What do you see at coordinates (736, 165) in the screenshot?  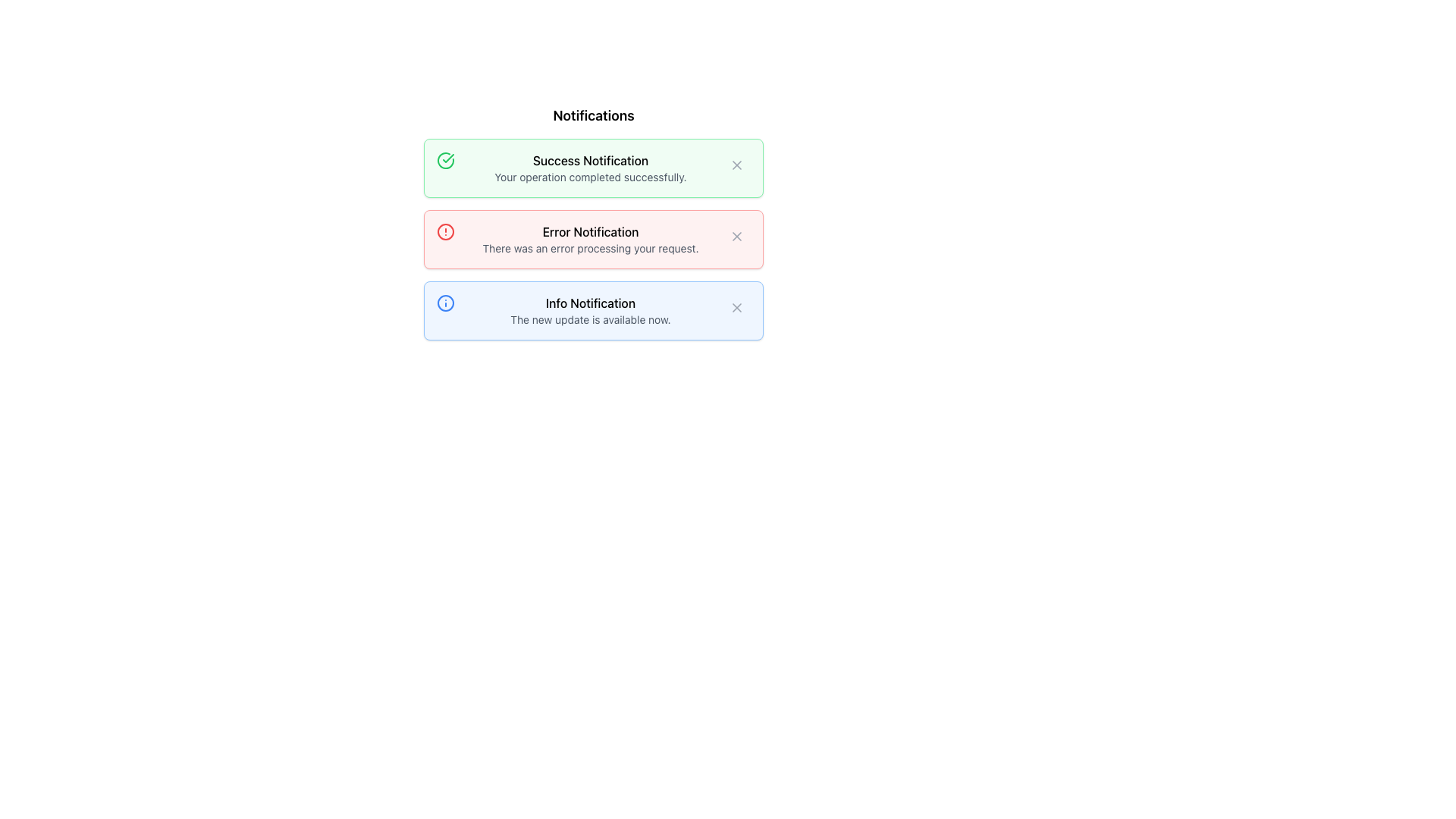 I see `the close icon button located in the top-right corner of the success notification box` at bounding box center [736, 165].